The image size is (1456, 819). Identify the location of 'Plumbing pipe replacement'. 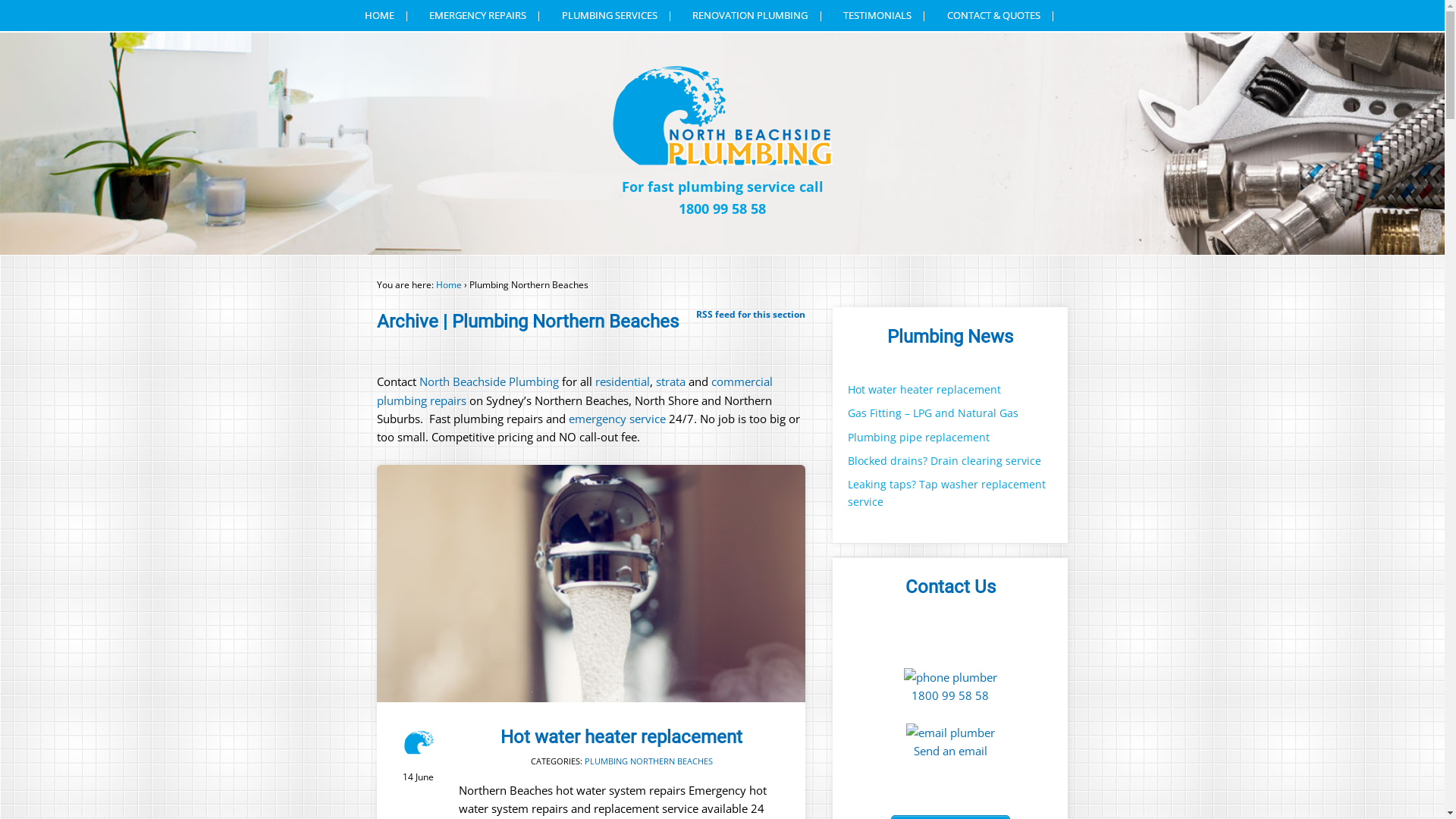
(918, 437).